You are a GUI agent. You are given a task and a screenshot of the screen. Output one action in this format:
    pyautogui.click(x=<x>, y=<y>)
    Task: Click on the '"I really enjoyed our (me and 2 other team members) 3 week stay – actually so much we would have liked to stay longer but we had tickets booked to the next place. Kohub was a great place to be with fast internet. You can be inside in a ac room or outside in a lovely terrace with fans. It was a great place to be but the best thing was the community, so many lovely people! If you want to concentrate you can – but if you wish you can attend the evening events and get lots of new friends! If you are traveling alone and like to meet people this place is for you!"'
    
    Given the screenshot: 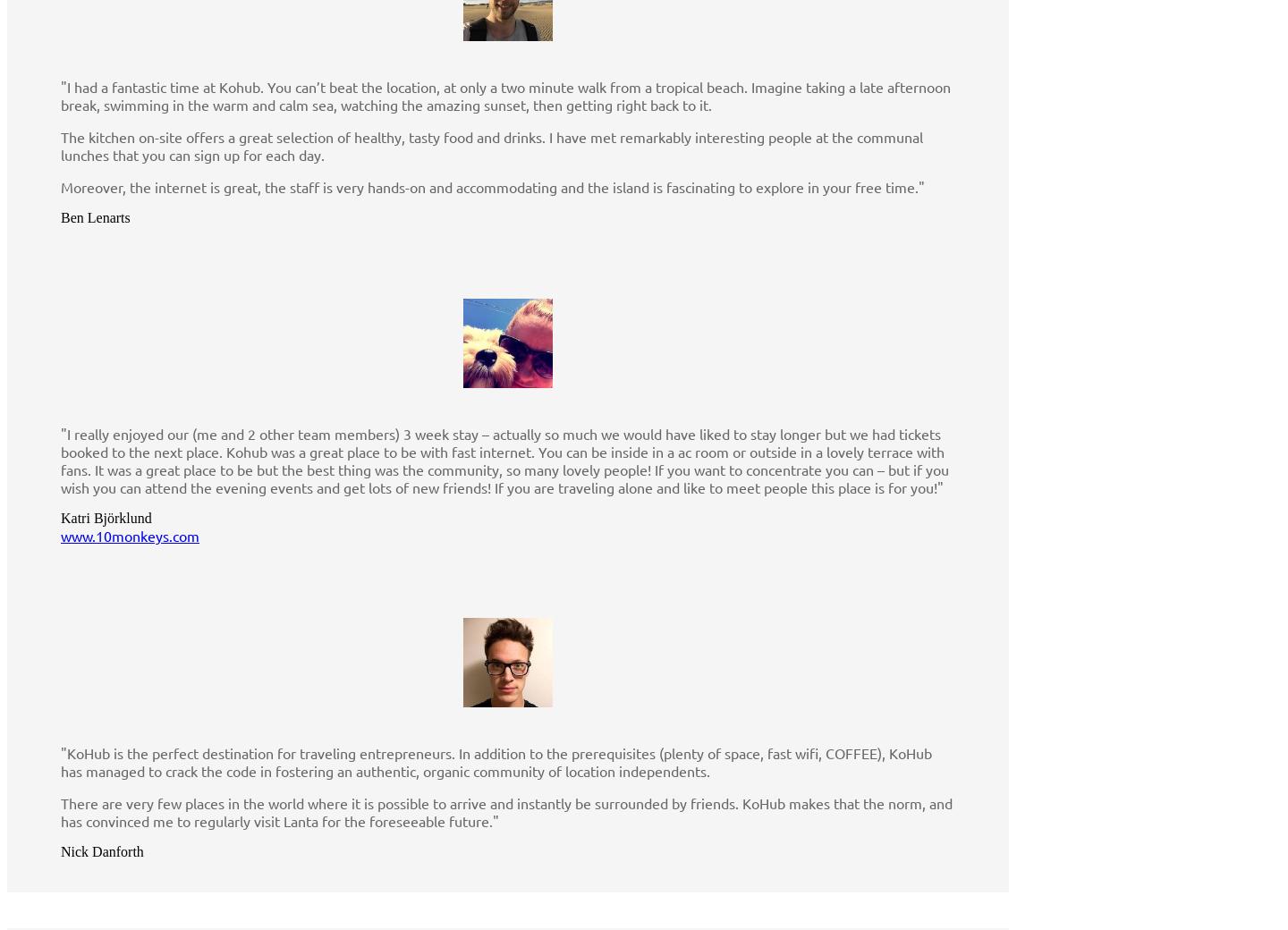 What is the action you would take?
    pyautogui.click(x=504, y=461)
    